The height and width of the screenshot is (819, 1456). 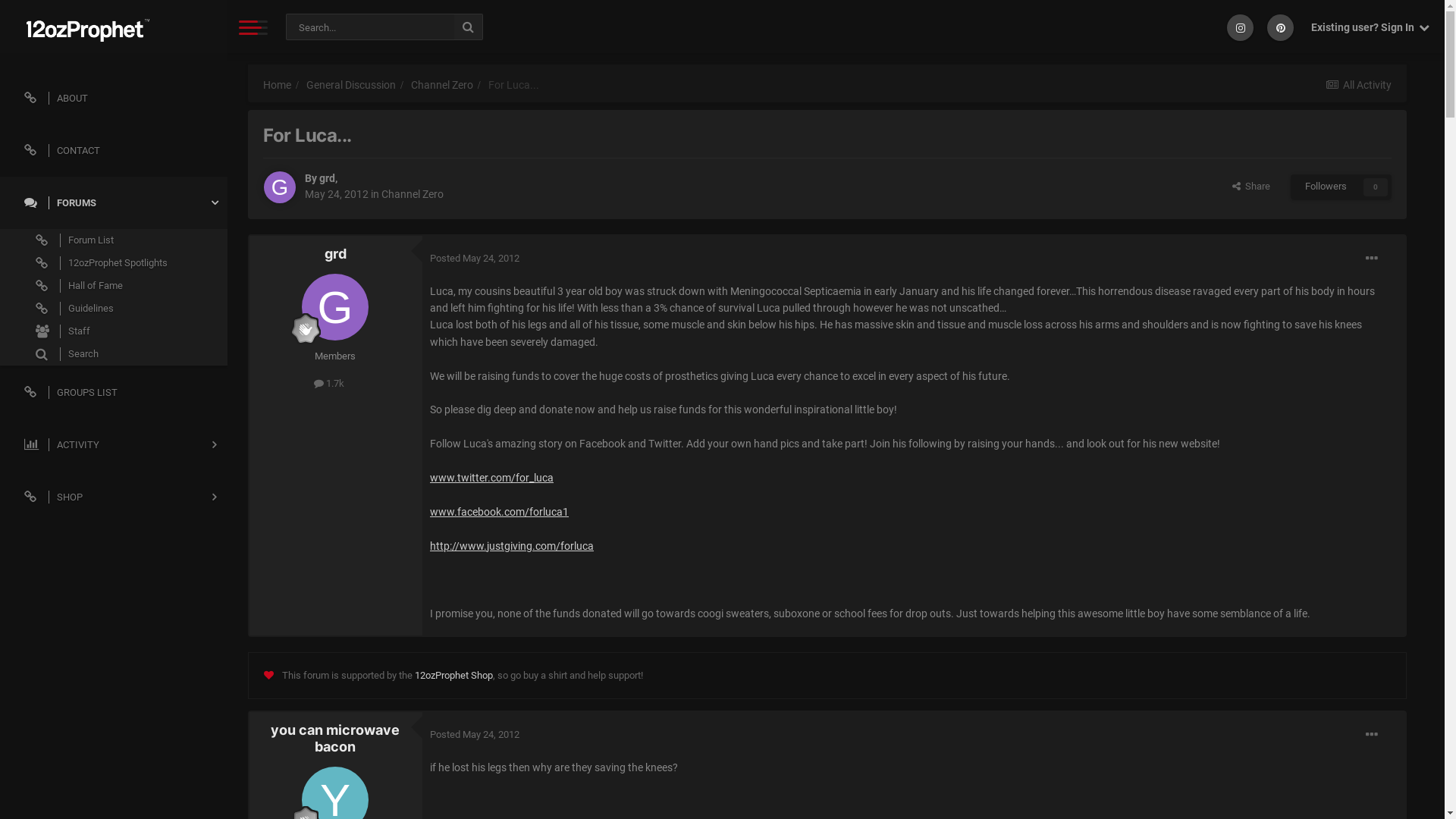 I want to click on 'http://www.justgiving.com/forluca', so click(x=512, y=546).